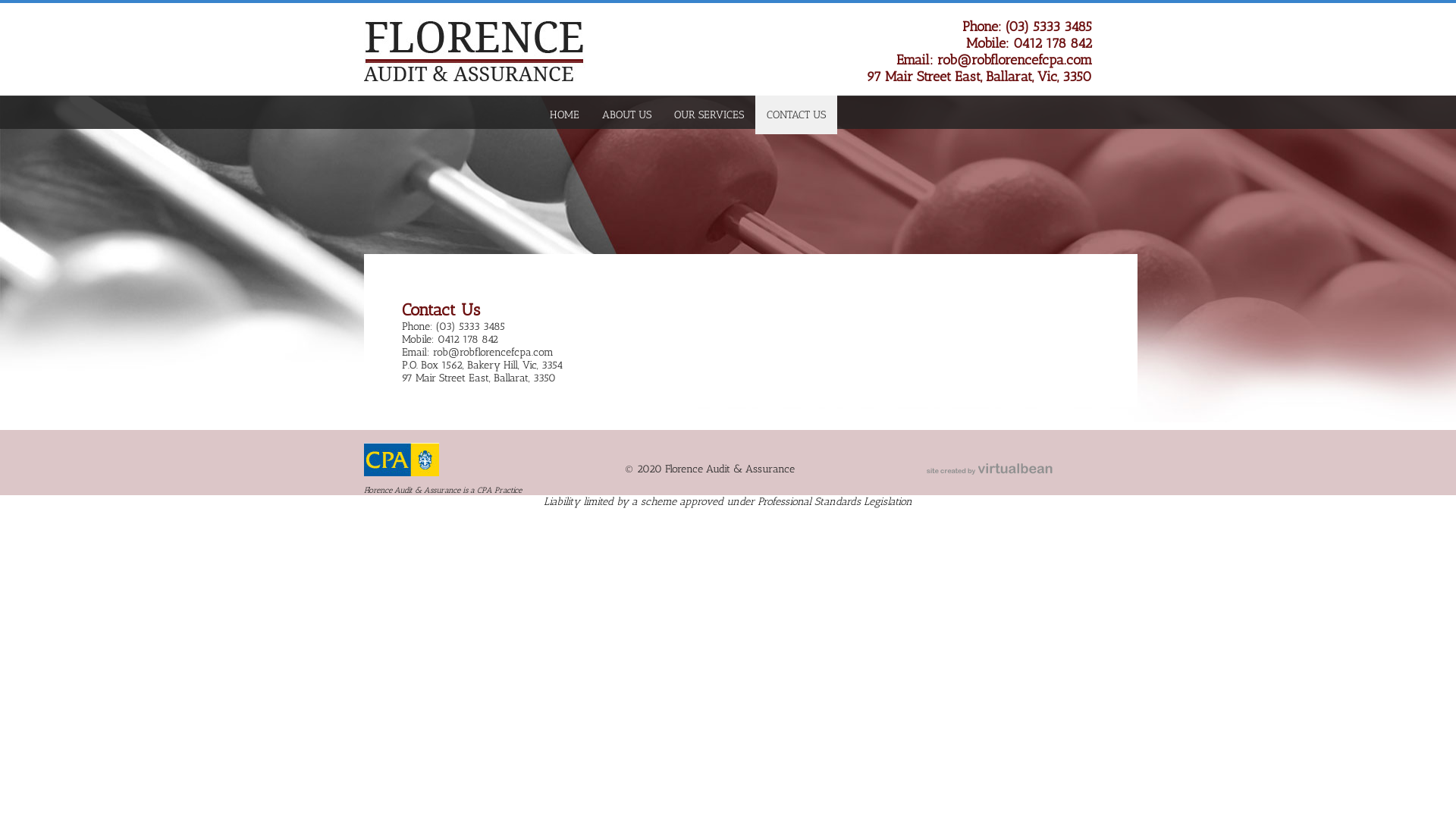 The width and height of the screenshot is (1456, 819). What do you see at coordinates (1015, 58) in the screenshot?
I see `'rob@robflorencefcpa.com'` at bounding box center [1015, 58].